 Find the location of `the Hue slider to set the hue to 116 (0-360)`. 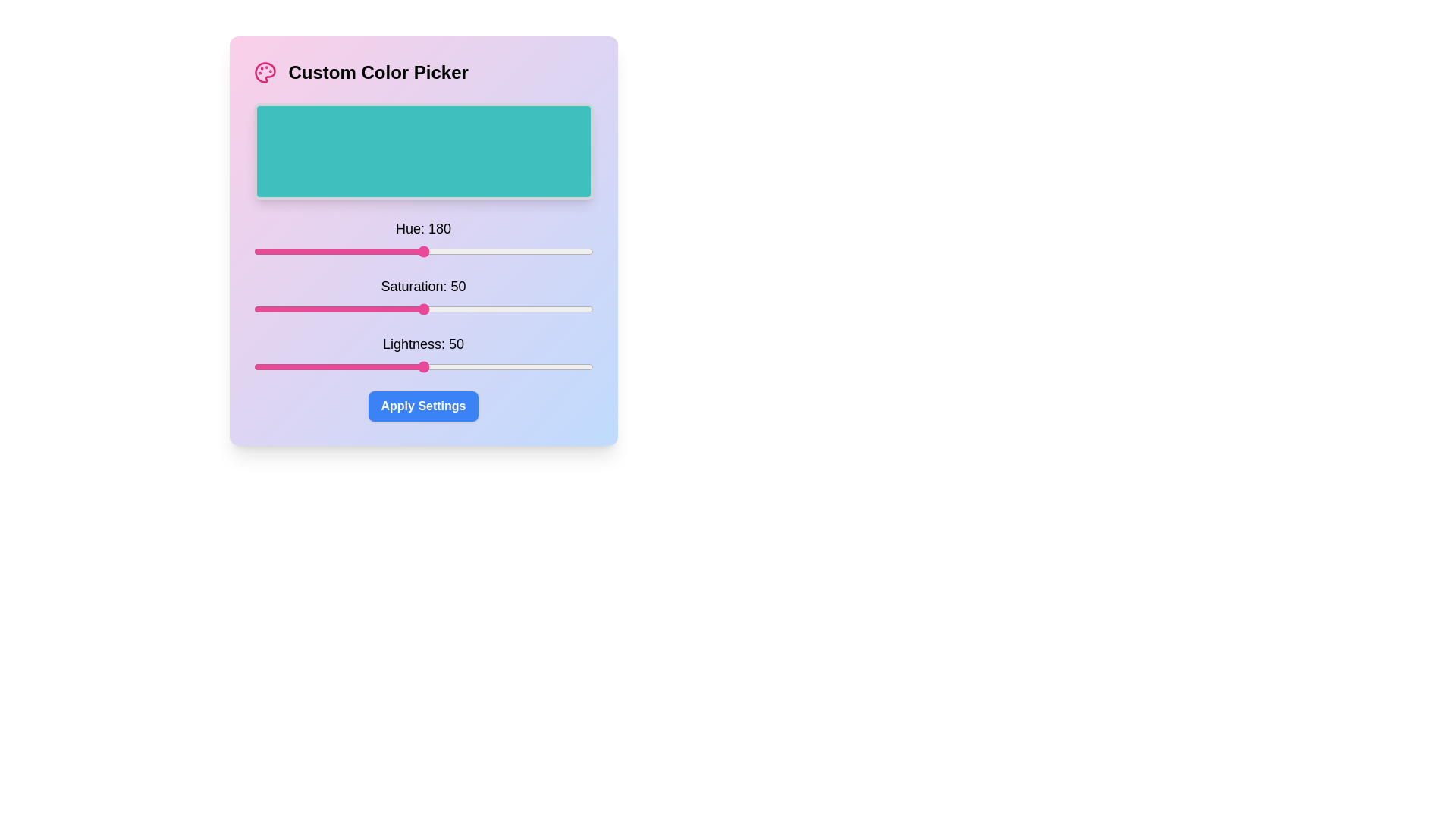

the Hue slider to set the hue to 116 (0-360) is located at coordinates (362, 250).